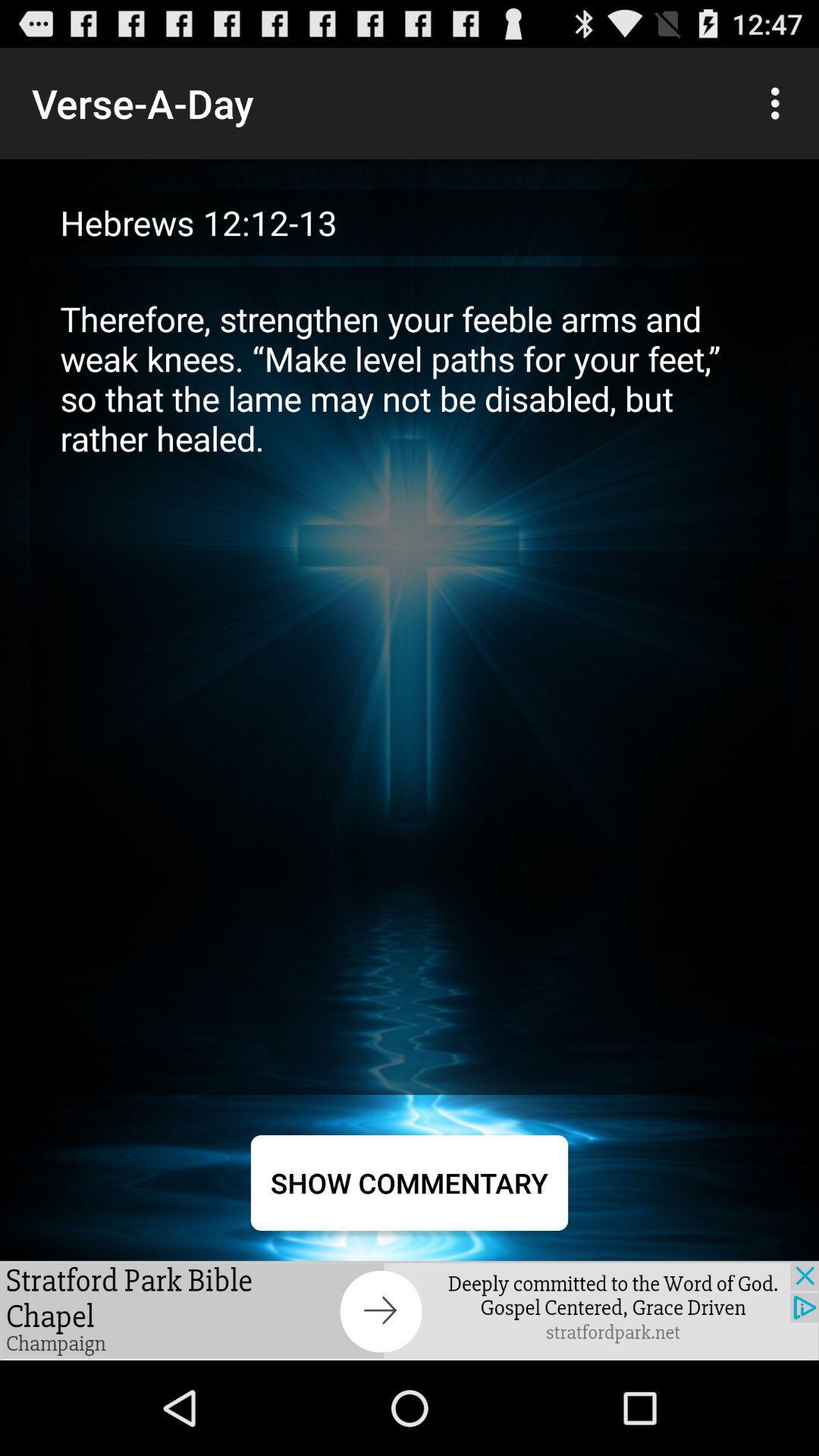 Image resolution: width=819 pixels, height=1456 pixels. Describe the element at coordinates (409, 679) in the screenshot. I see `icon below the hebrews 12 12` at that location.